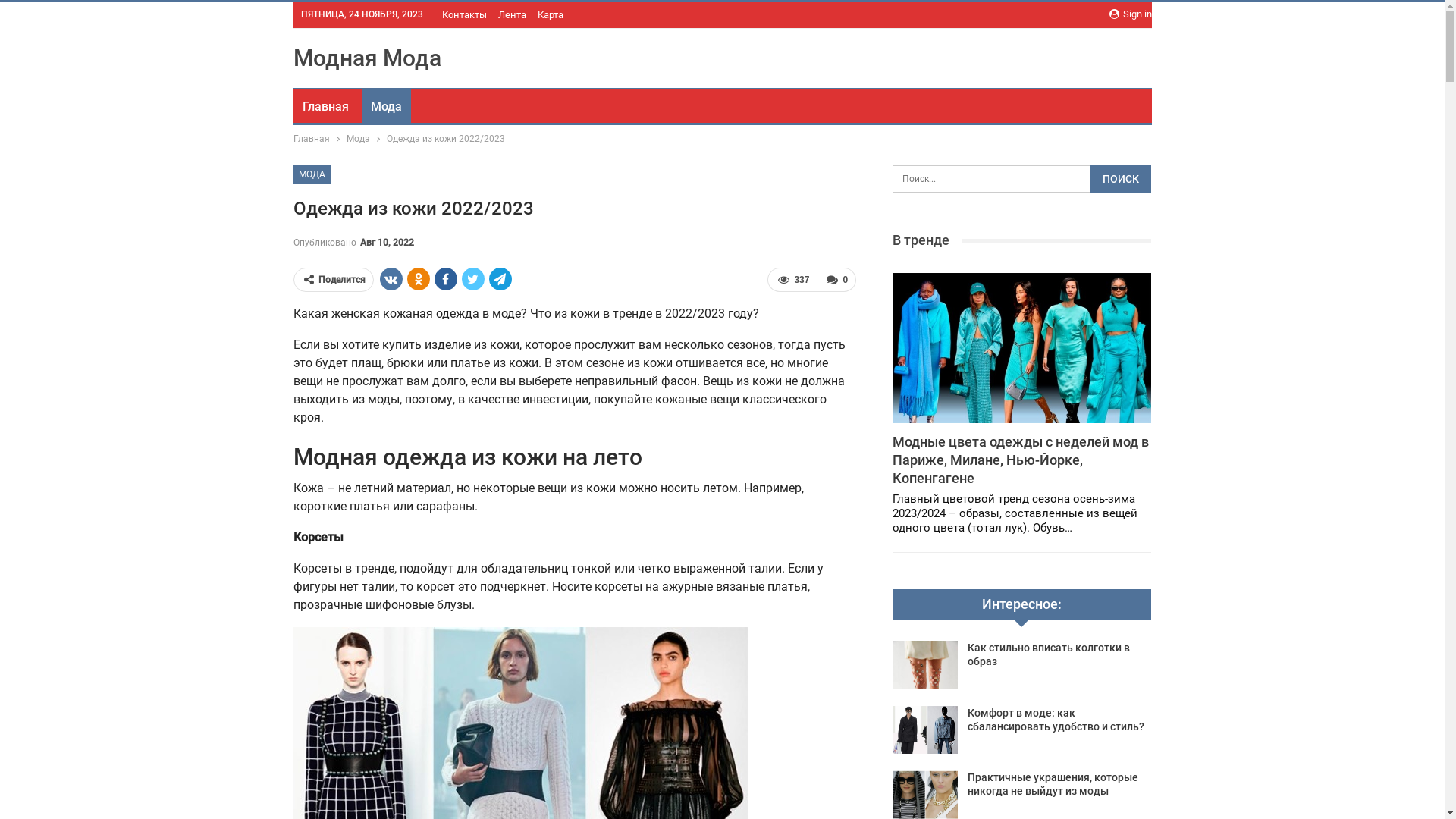 The width and height of the screenshot is (1456, 819). I want to click on '0', so click(836, 280).